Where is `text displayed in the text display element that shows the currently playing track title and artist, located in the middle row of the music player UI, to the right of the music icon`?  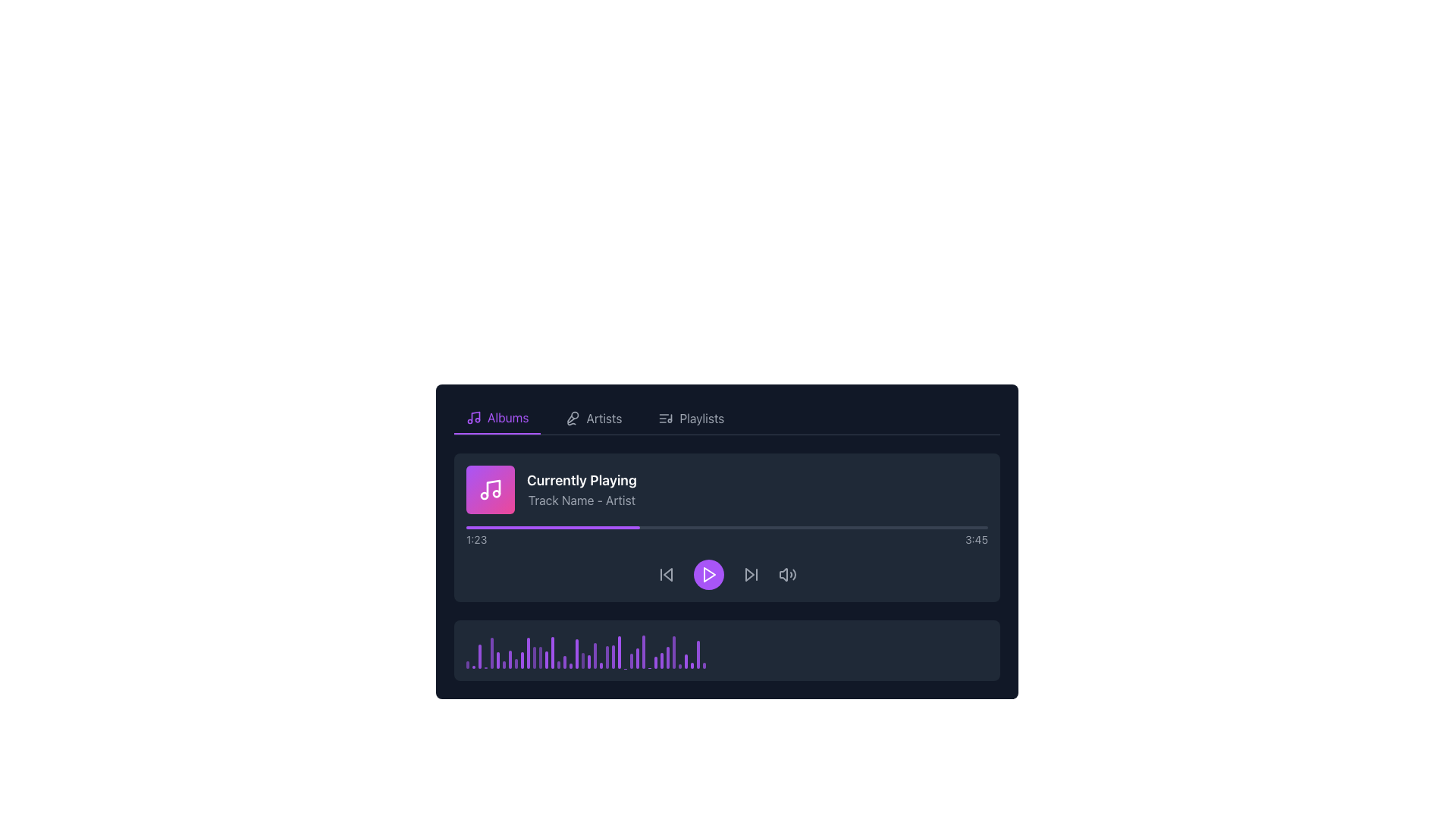 text displayed in the text display element that shows the currently playing track title and artist, located in the middle row of the music player UI, to the right of the music icon is located at coordinates (581, 489).